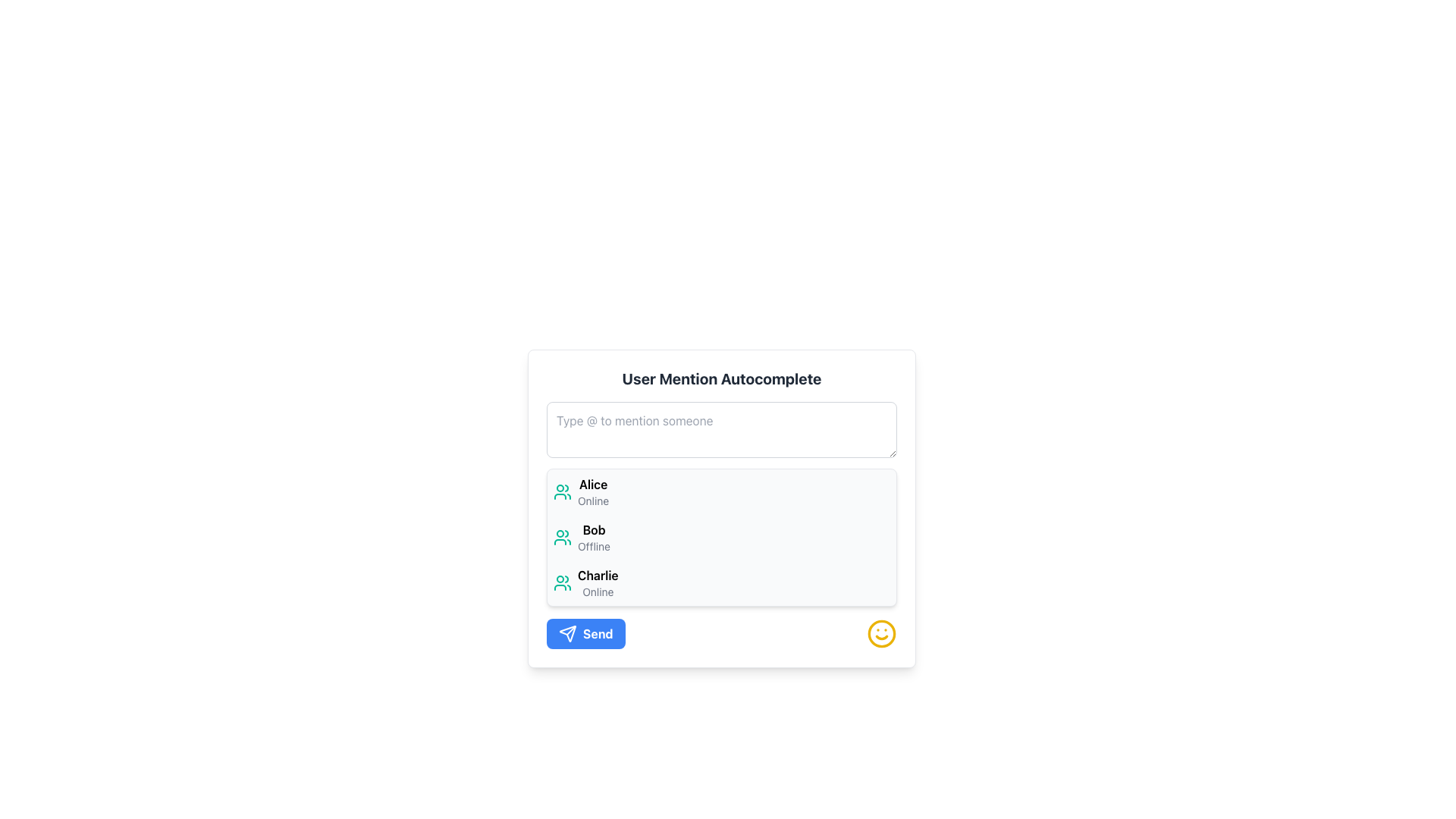 The height and width of the screenshot is (819, 1456). What do you see at coordinates (592, 500) in the screenshot?
I see `the online status text label located directly below the name 'Alice' in the user mention autocomplete interface` at bounding box center [592, 500].